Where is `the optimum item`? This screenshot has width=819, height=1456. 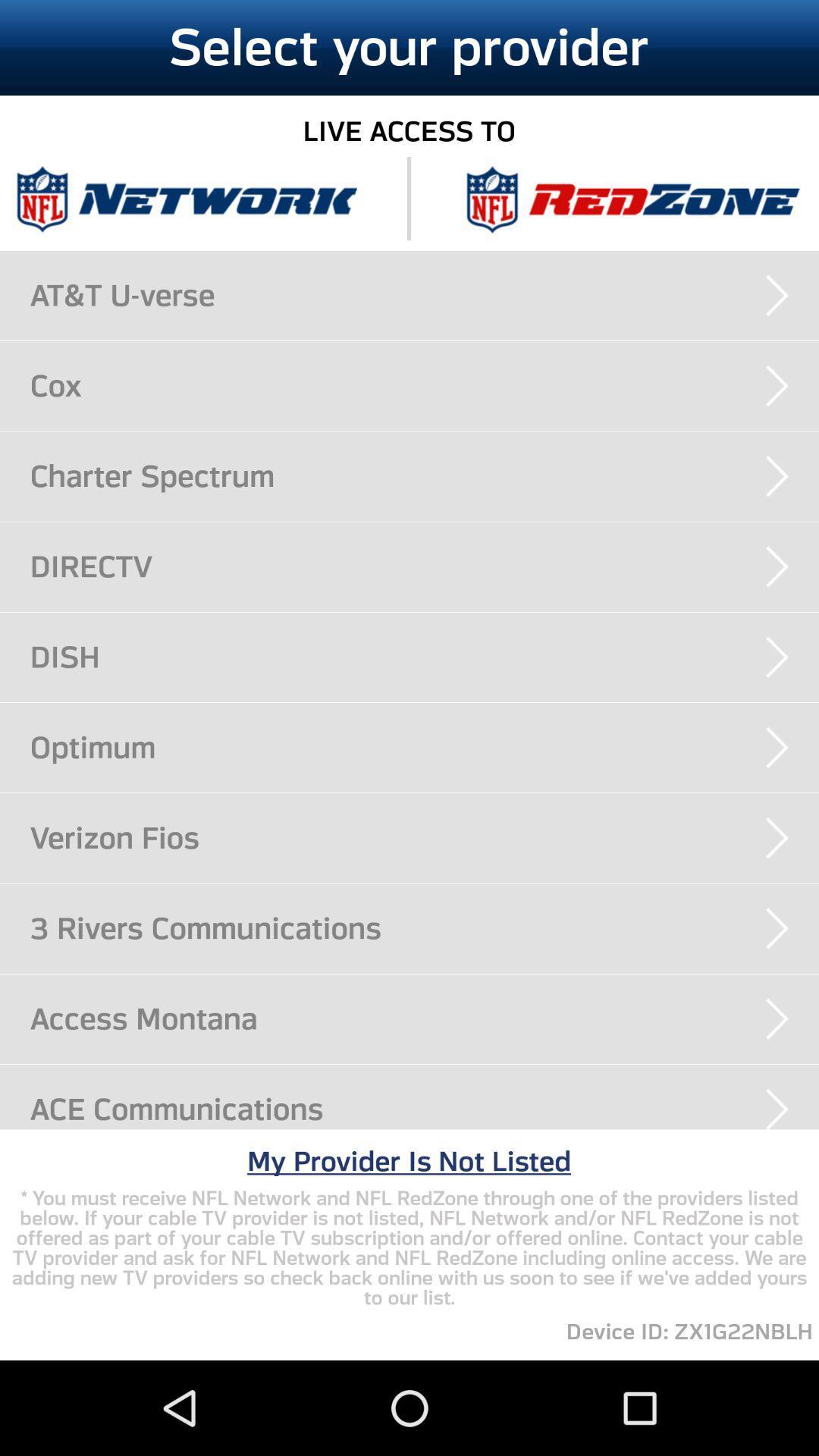
the optimum item is located at coordinates (424, 747).